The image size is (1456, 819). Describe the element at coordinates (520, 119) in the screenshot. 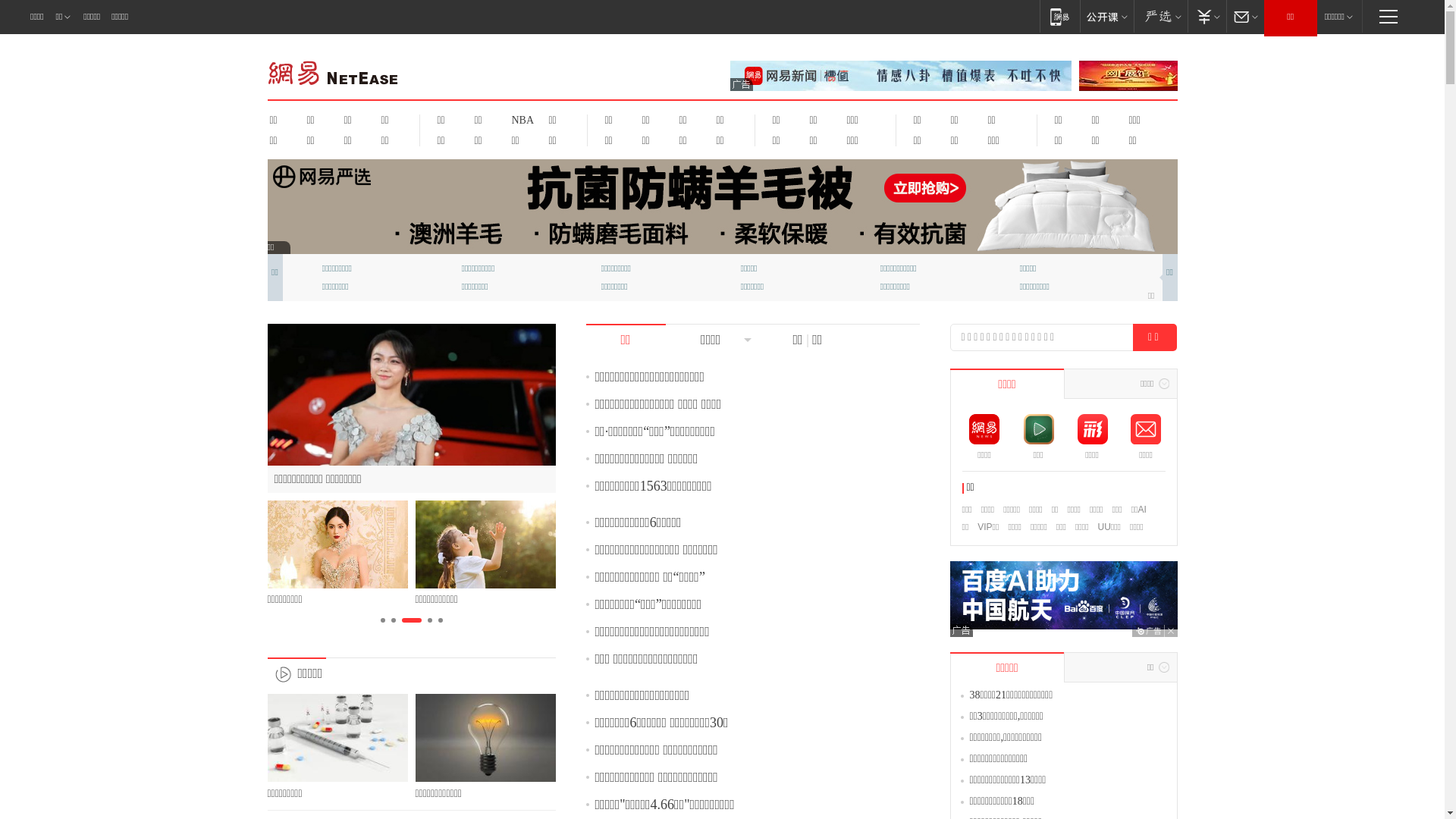

I see `'NBA'` at that location.